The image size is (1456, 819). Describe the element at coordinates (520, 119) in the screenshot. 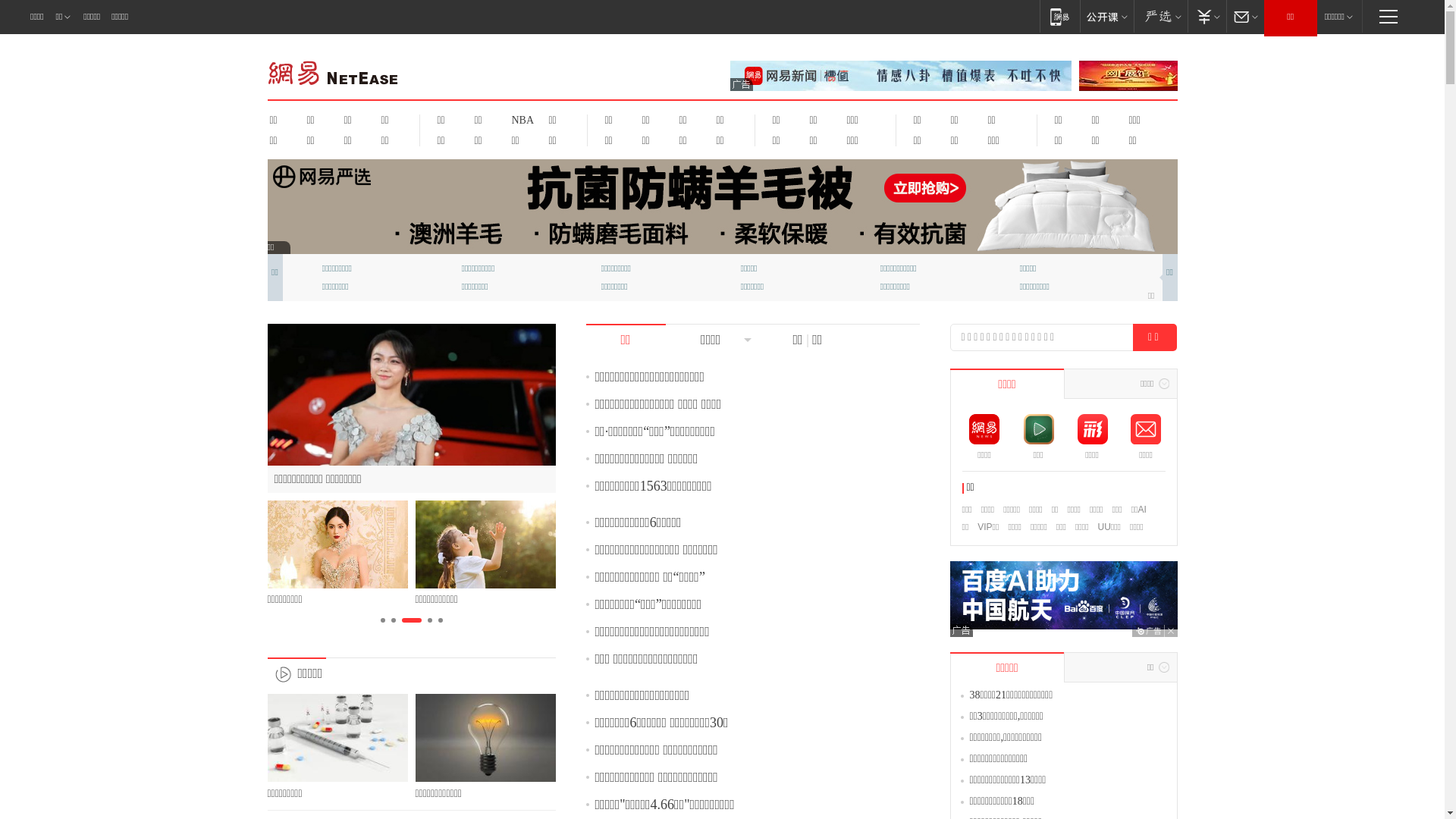

I see `'NBA'` at that location.